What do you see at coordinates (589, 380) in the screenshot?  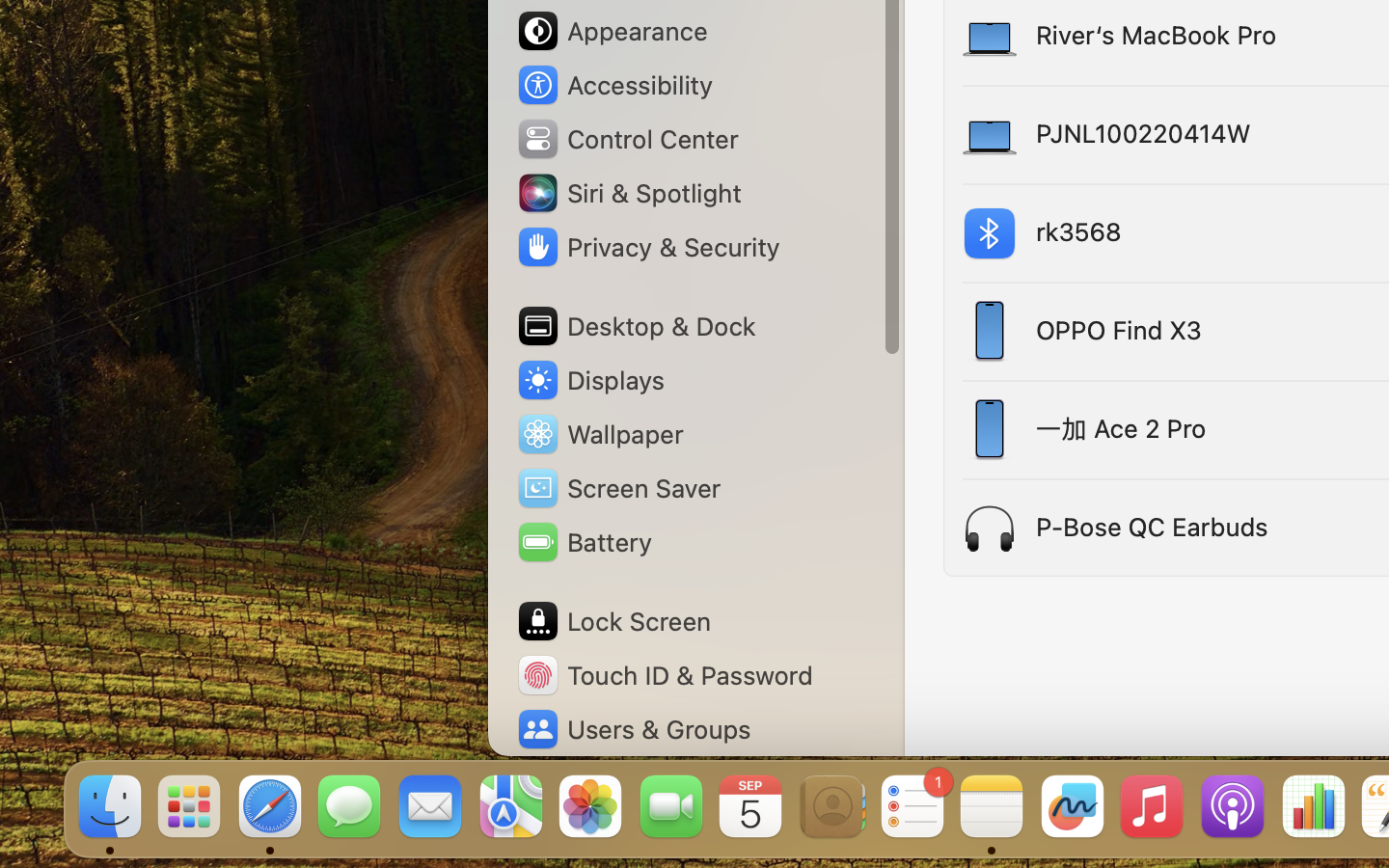 I see `'Displays'` at bounding box center [589, 380].